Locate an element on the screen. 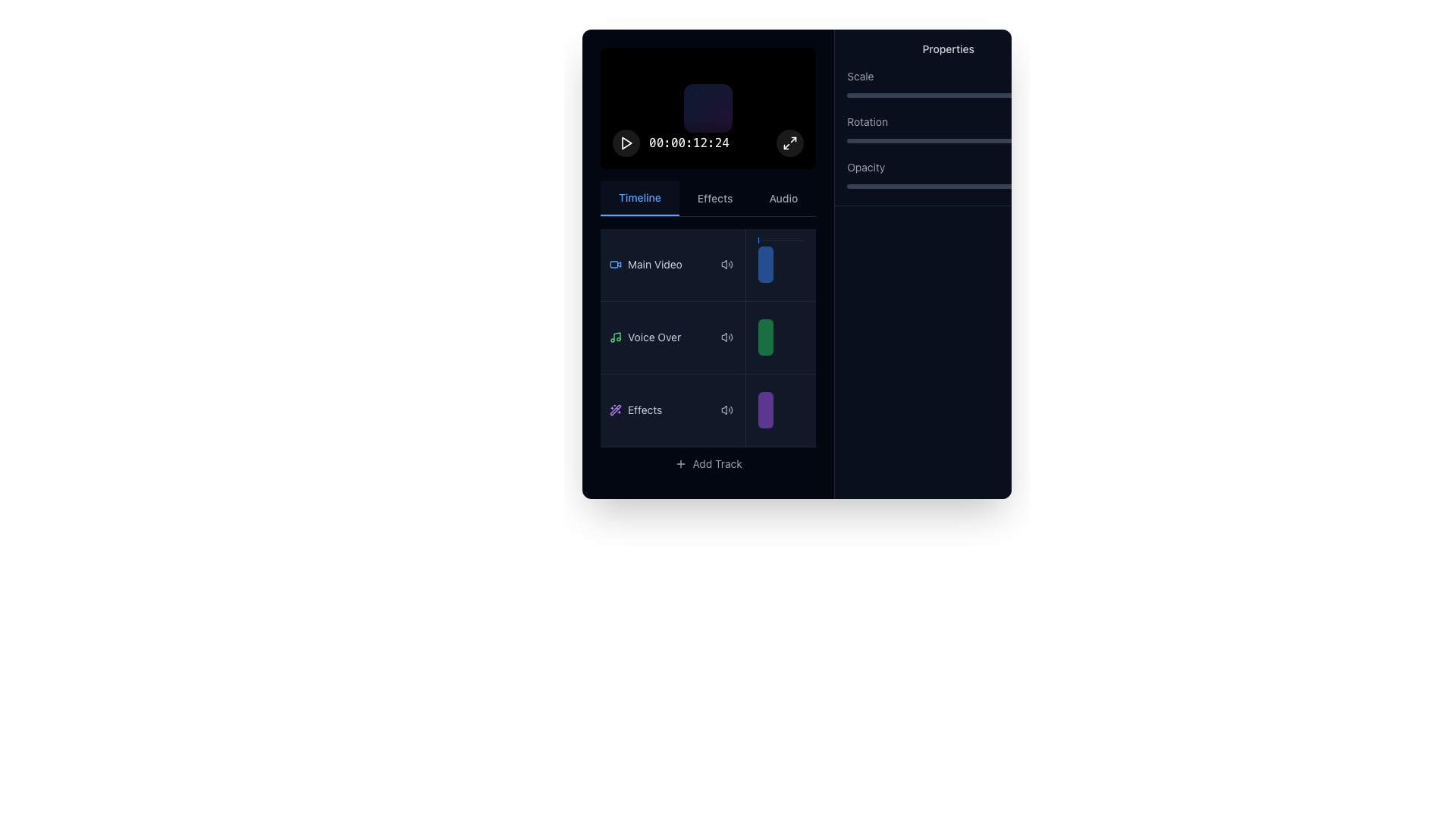  the Draggable handle located in the 'Effects' row of the 'Timeline' panel, which is the third row below the 'Voice Over' row is located at coordinates (766, 410).